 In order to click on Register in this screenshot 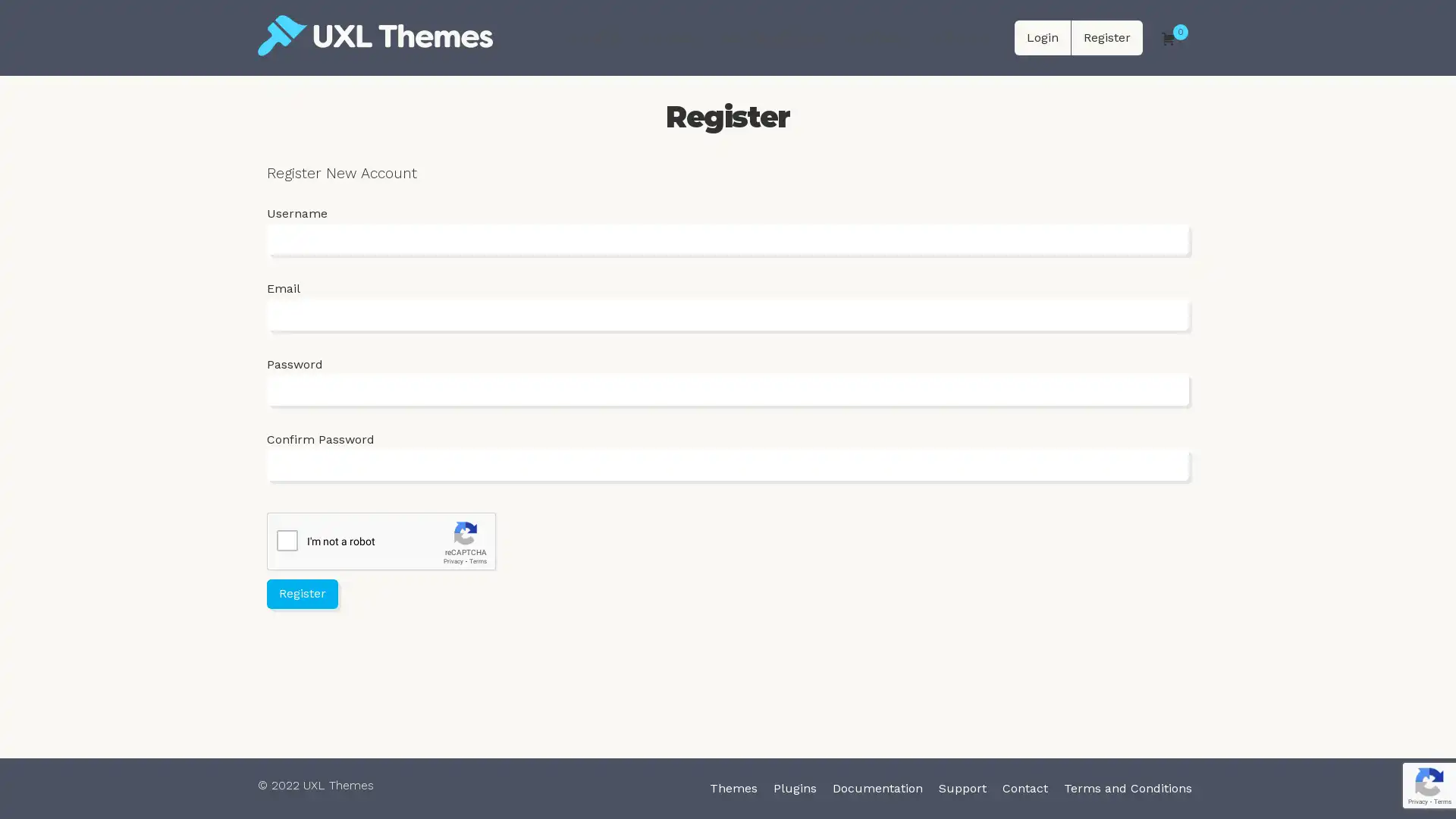, I will do `click(302, 592)`.